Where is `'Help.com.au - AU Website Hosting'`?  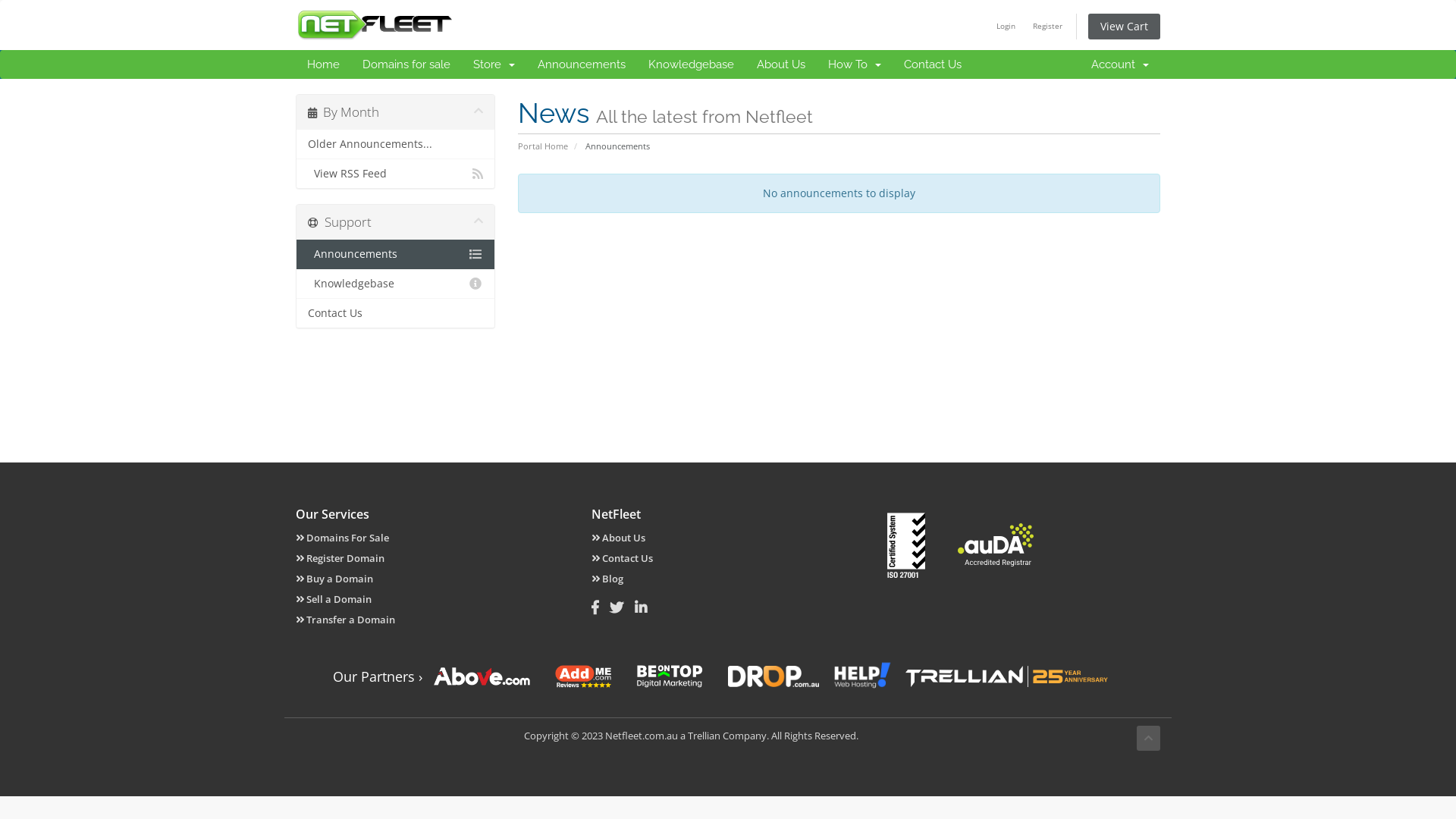 'Help.com.au - AU Website Hosting' is located at coordinates (832, 675).